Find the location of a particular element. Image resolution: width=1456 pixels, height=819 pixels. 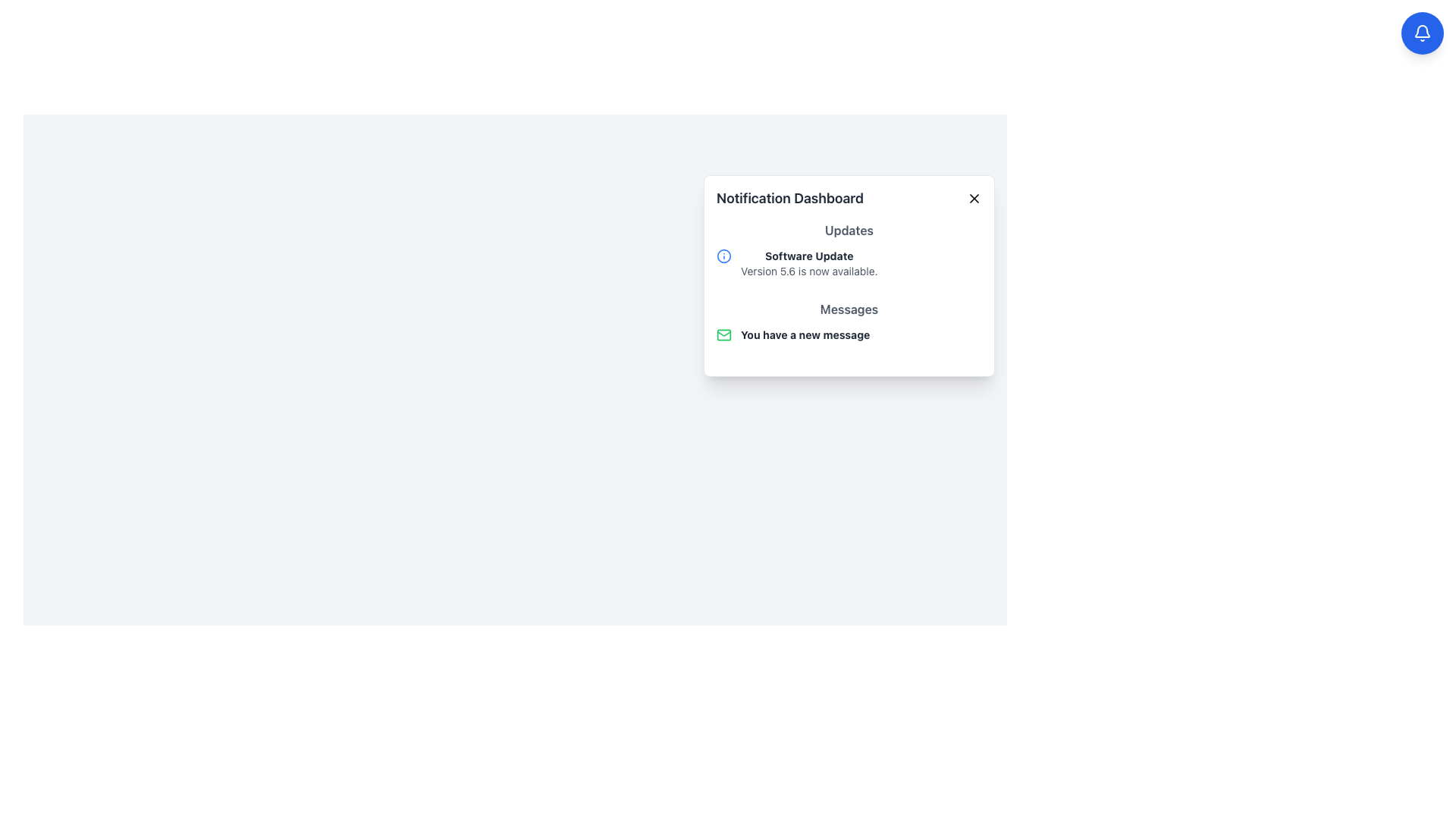

the SVG Circle element located inside the notification panel near the upper-right side of the interface is located at coordinates (723, 256).